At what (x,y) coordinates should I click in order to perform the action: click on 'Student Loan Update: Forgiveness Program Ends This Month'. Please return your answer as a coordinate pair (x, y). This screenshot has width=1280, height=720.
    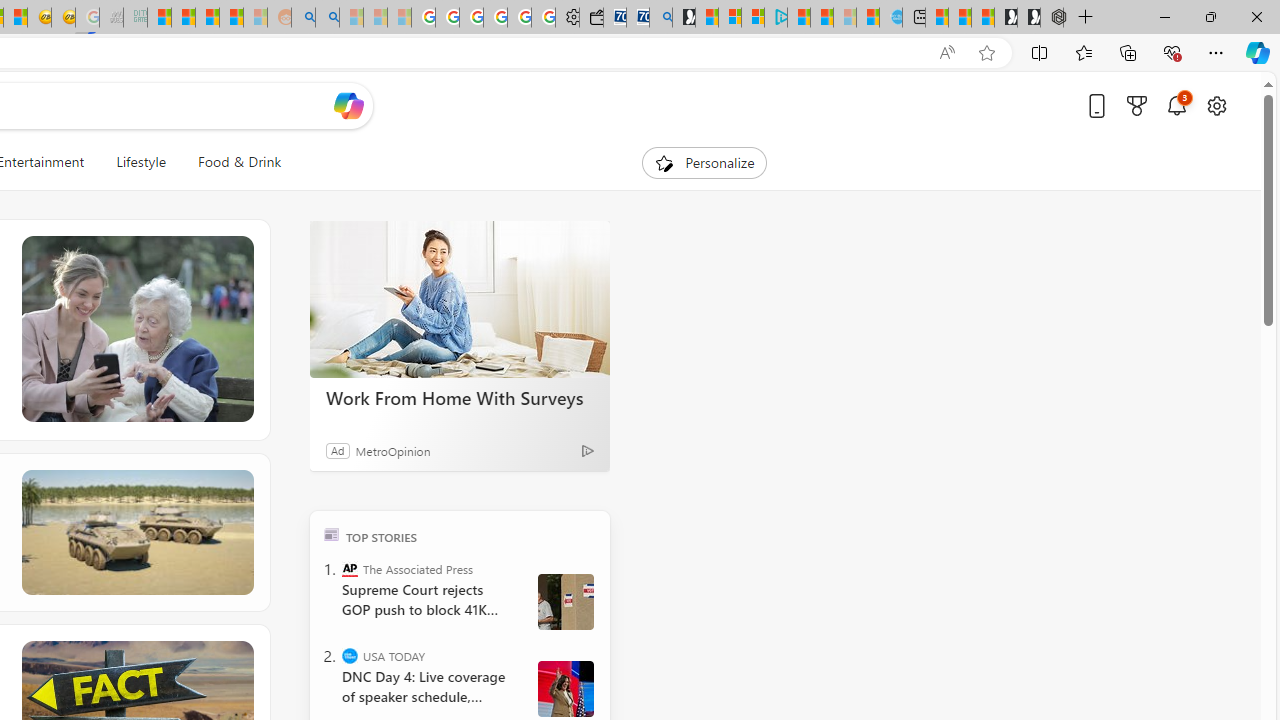
    Looking at the image, I should click on (231, 17).